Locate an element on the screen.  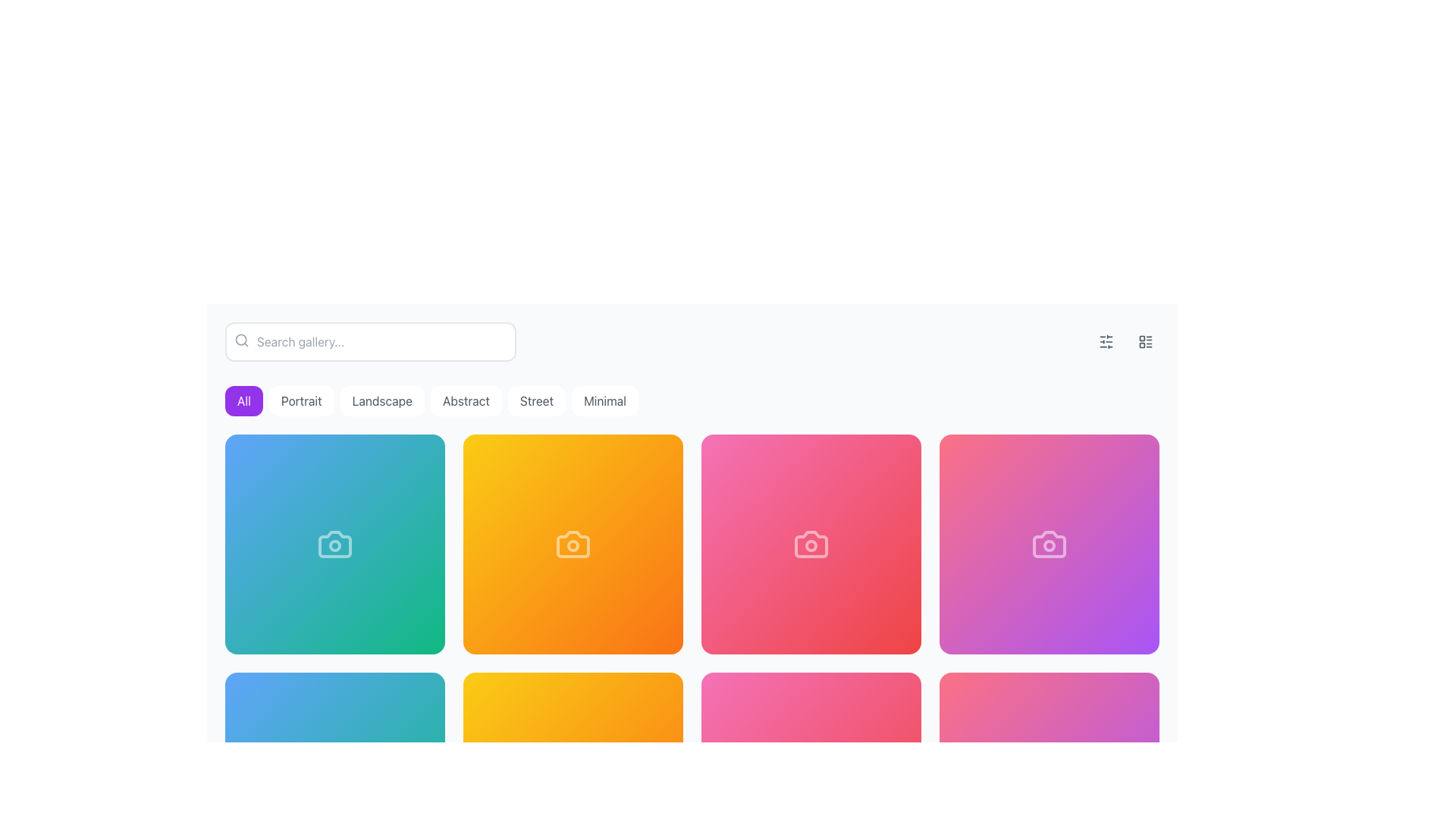
the photography icon located in the last column of the second row of the gallery layout, which serves as a visual indicator for image-based functionalities is located at coordinates (1048, 543).